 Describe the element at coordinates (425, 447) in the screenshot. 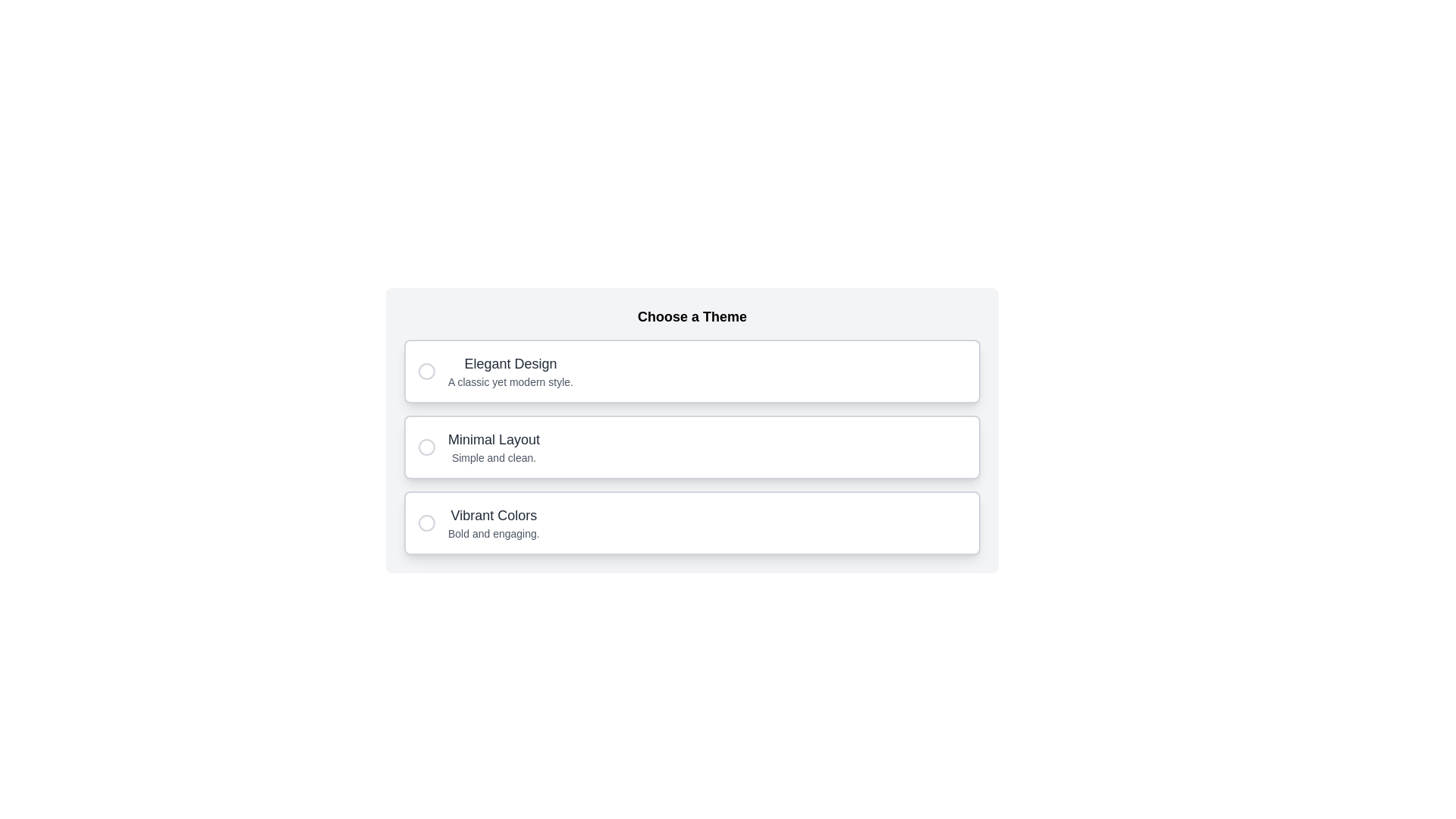

I see `the 'Minimal Layout' radio button` at that location.